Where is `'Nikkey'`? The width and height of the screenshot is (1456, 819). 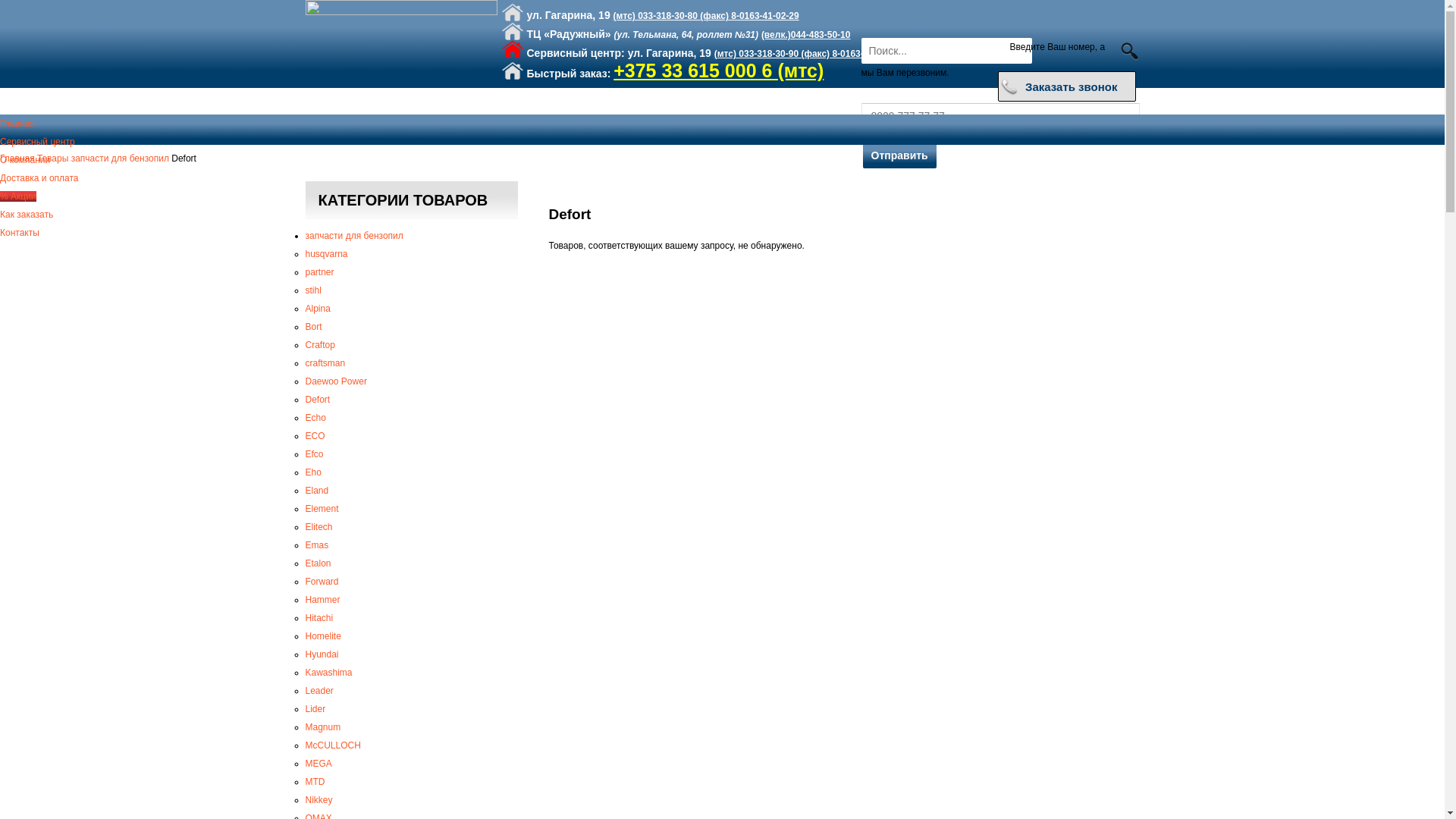 'Nikkey' is located at coordinates (318, 799).